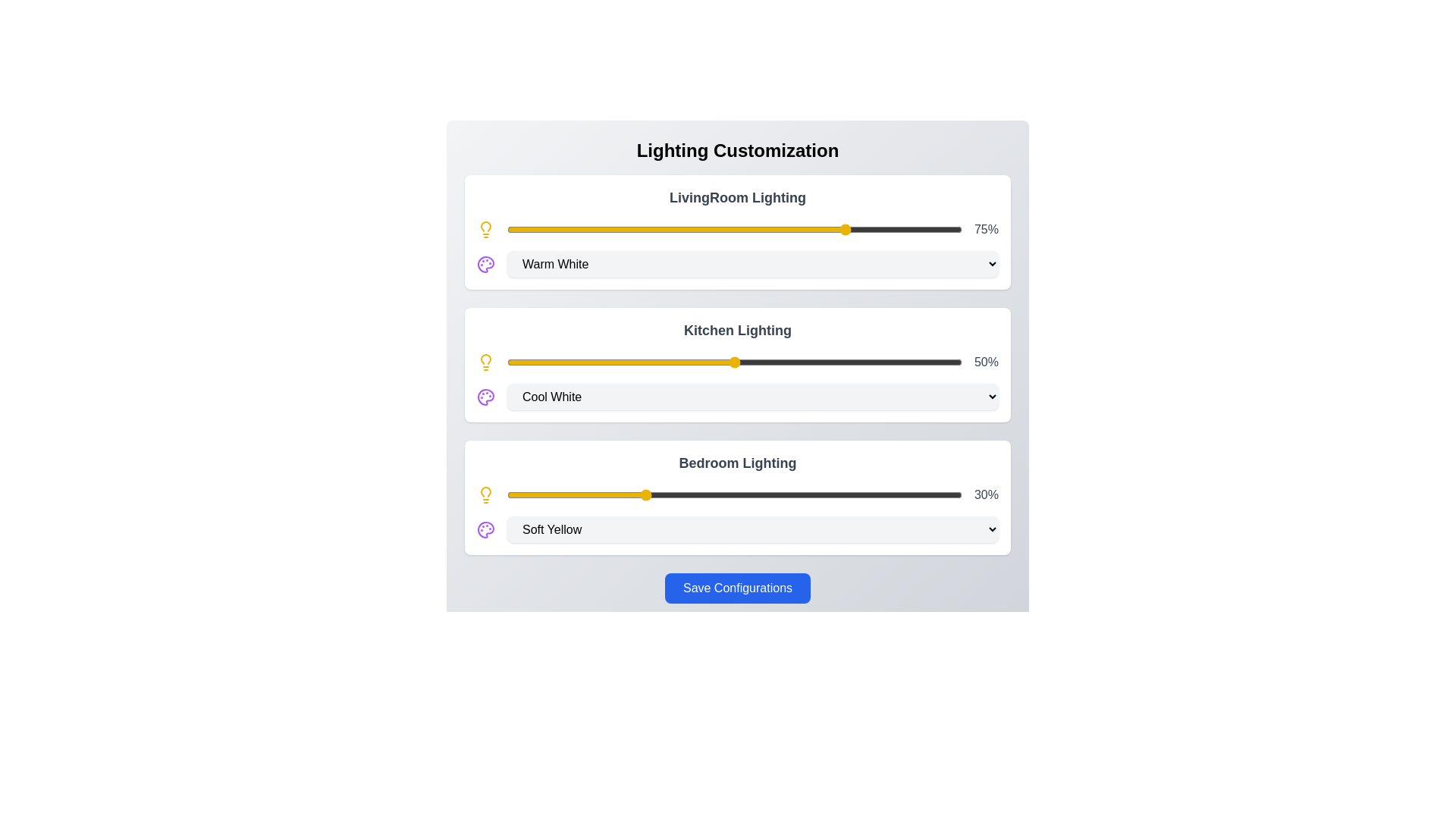 The width and height of the screenshot is (1456, 819). I want to click on the color Cool White from the dropdown menu of the kitchen lighting, so click(753, 396).